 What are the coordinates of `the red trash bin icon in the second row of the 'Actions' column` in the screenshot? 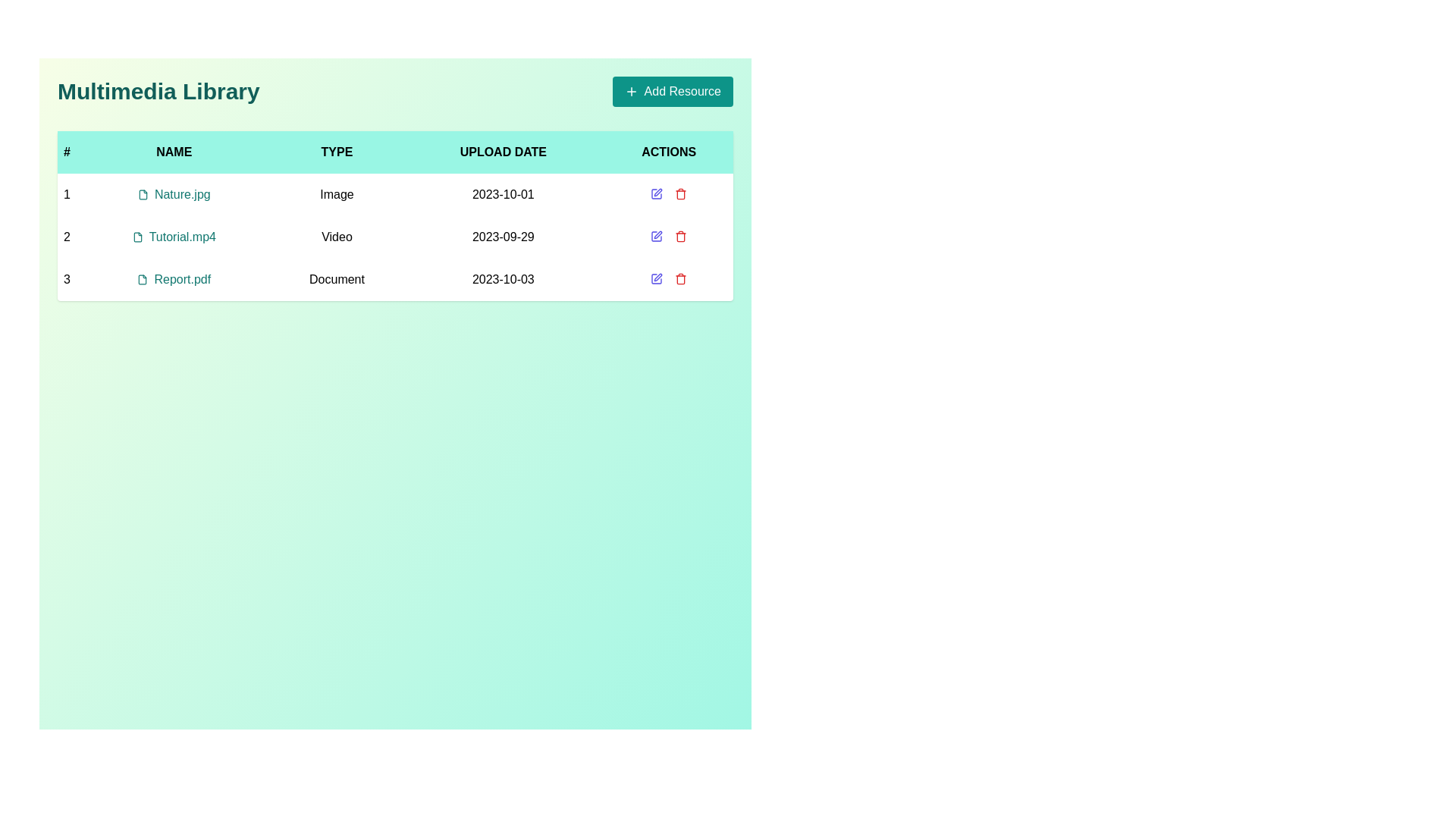 It's located at (679, 237).